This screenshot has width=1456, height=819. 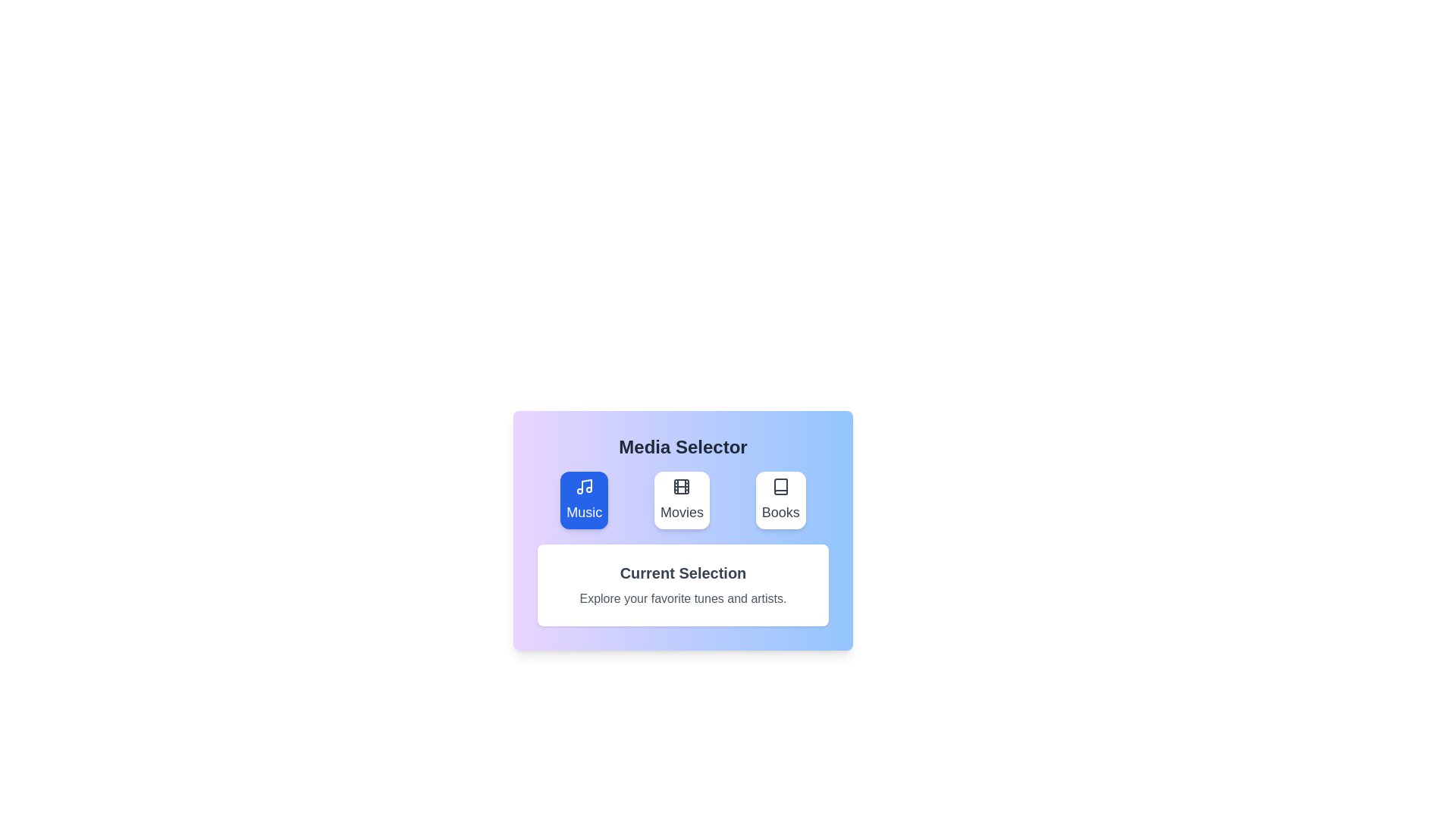 What do you see at coordinates (583, 486) in the screenshot?
I see `the musical note icon, which is part of the 'Music' button in the Media Selector group, depicted in bright white on a blue circular background` at bounding box center [583, 486].